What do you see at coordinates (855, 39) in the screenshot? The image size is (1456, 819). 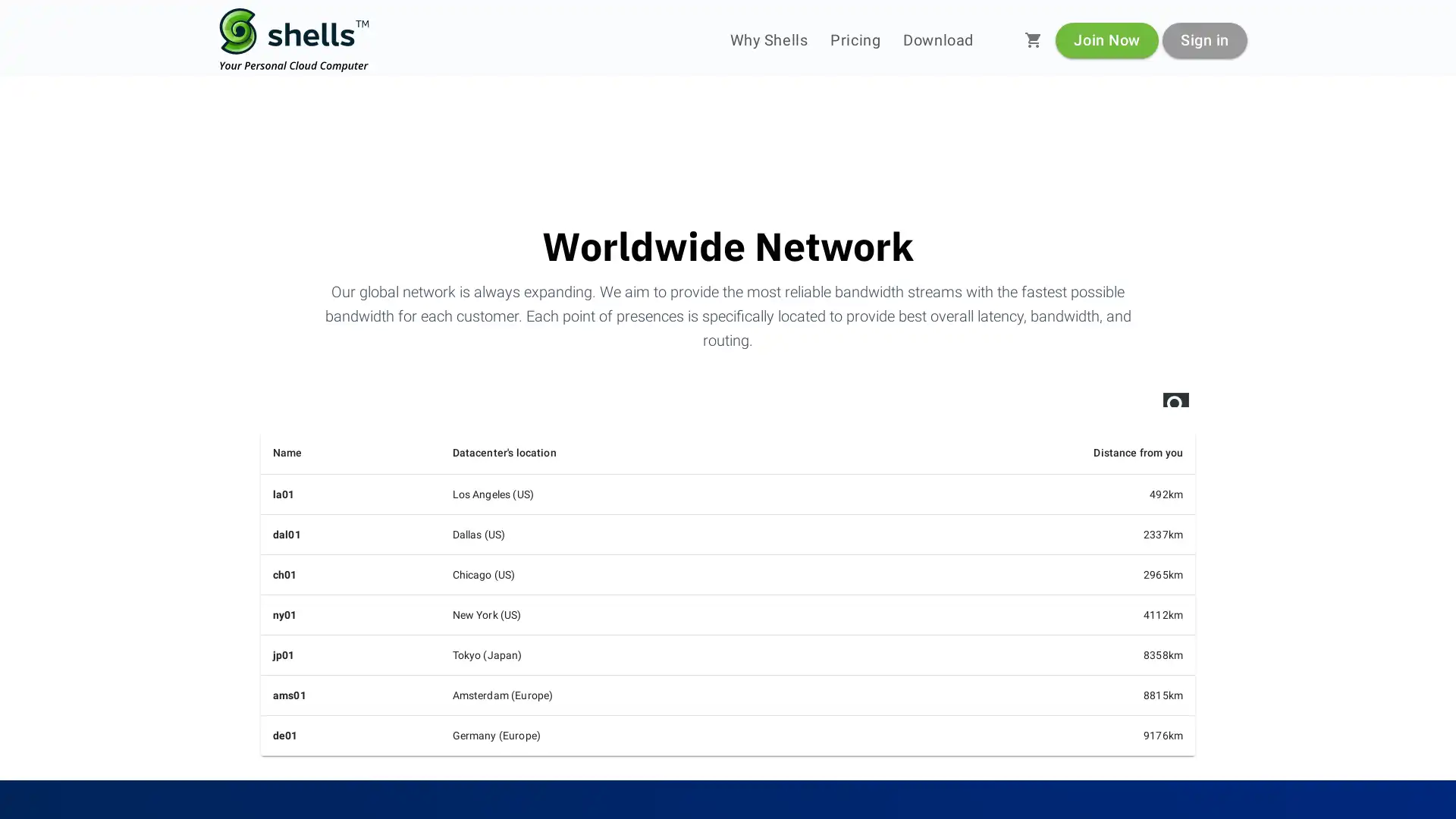 I see `Pricing` at bounding box center [855, 39].